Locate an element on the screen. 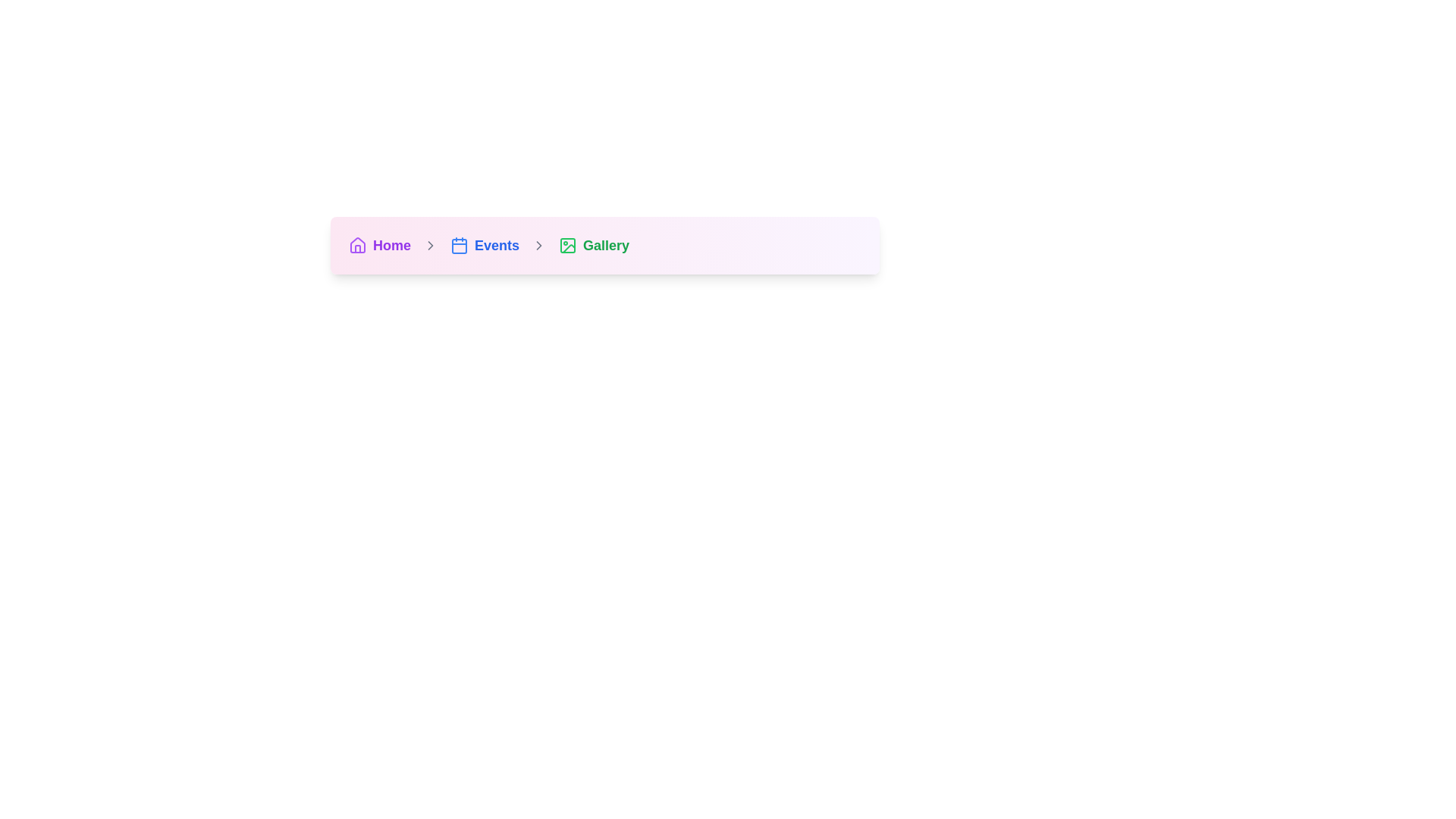 Image resolution: width=1456 pixels, height=819 pixels. the SVG arrow icon that serves as a visual delimiter between the 'Events' and 'Gallery' links in the breadcrumb navigation is located at coordinates (538, 245).